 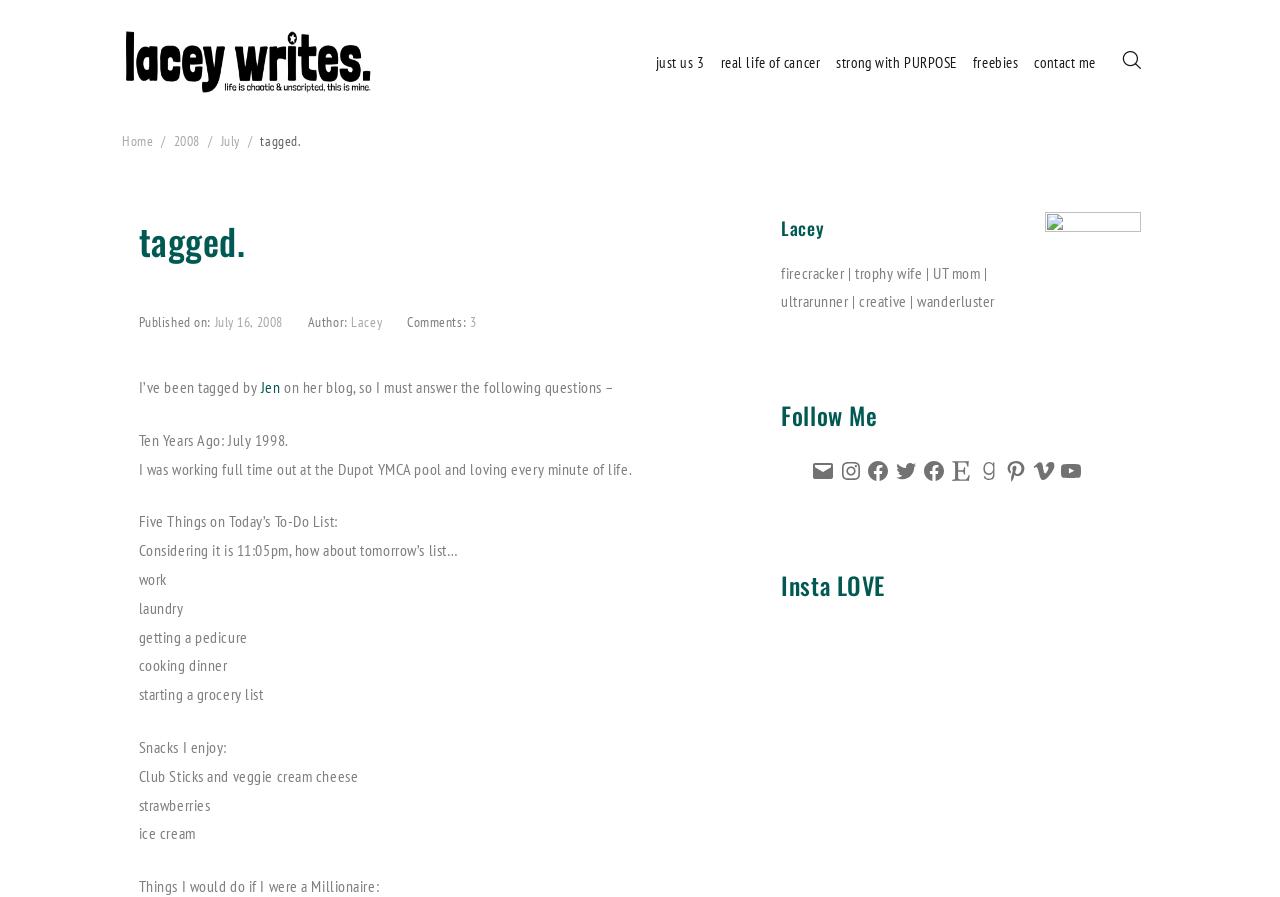 What do you see at coordinates (120, 140) in the screenshot?
I see `'Home'` at bounding box center [120, 140].